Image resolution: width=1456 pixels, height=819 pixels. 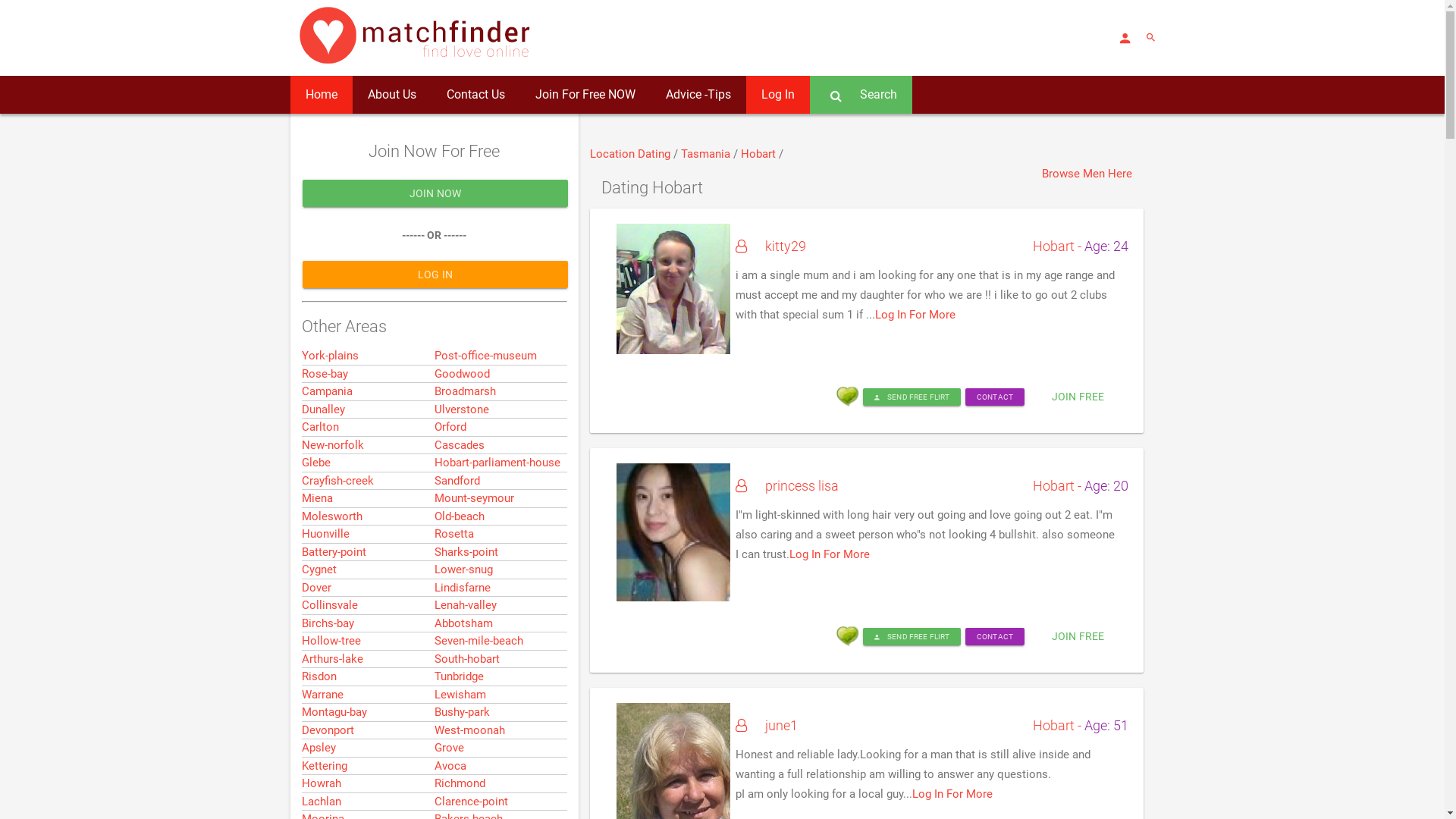 What do you see at coordinates (735, 724) in the screenshot?
I see `'june1'` at bounding box center [735, 724].